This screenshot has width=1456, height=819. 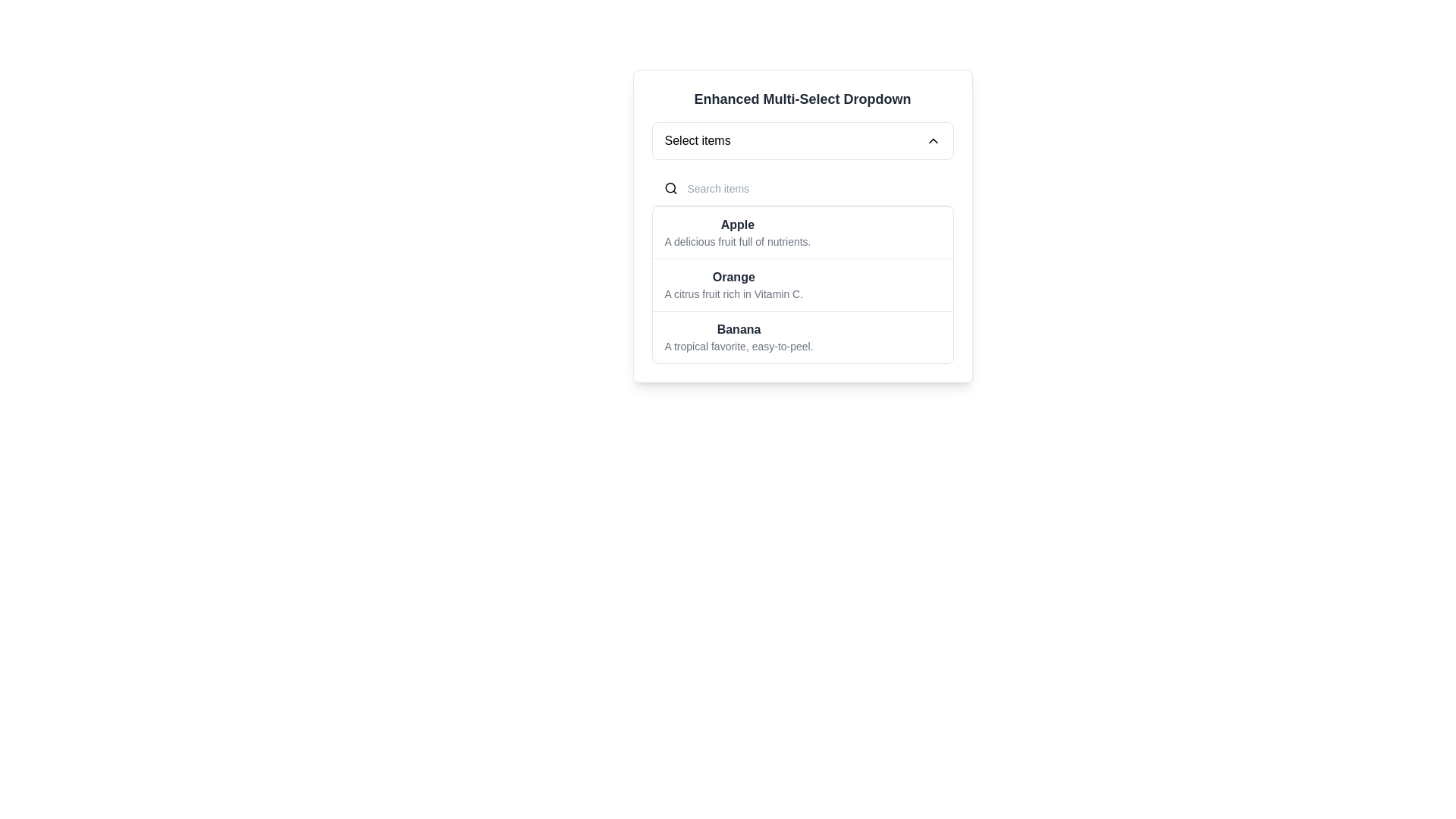 I want to click on to select the list item labeled 'Banana', which is the third item in a dropdown menu, positioned above further options and below the 'Orange' item, so click(x=739, y=336).